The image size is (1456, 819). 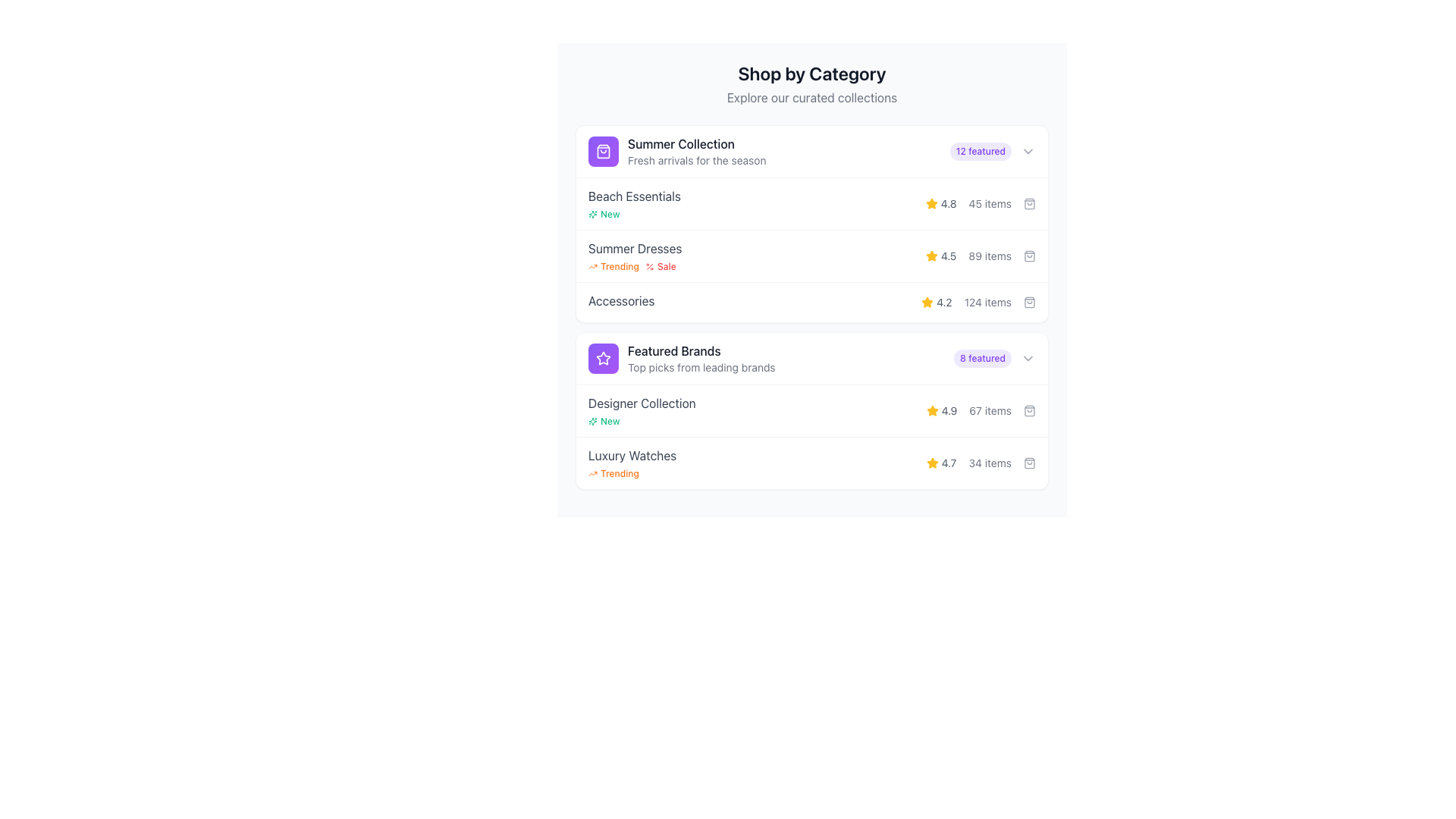 What do you see at coordinates (696, 143) in the screenshot?
I see `header text 'Summer Collection' displayed in the top section of the 'Shop by Category' interface` at bounding box center [696, 143].